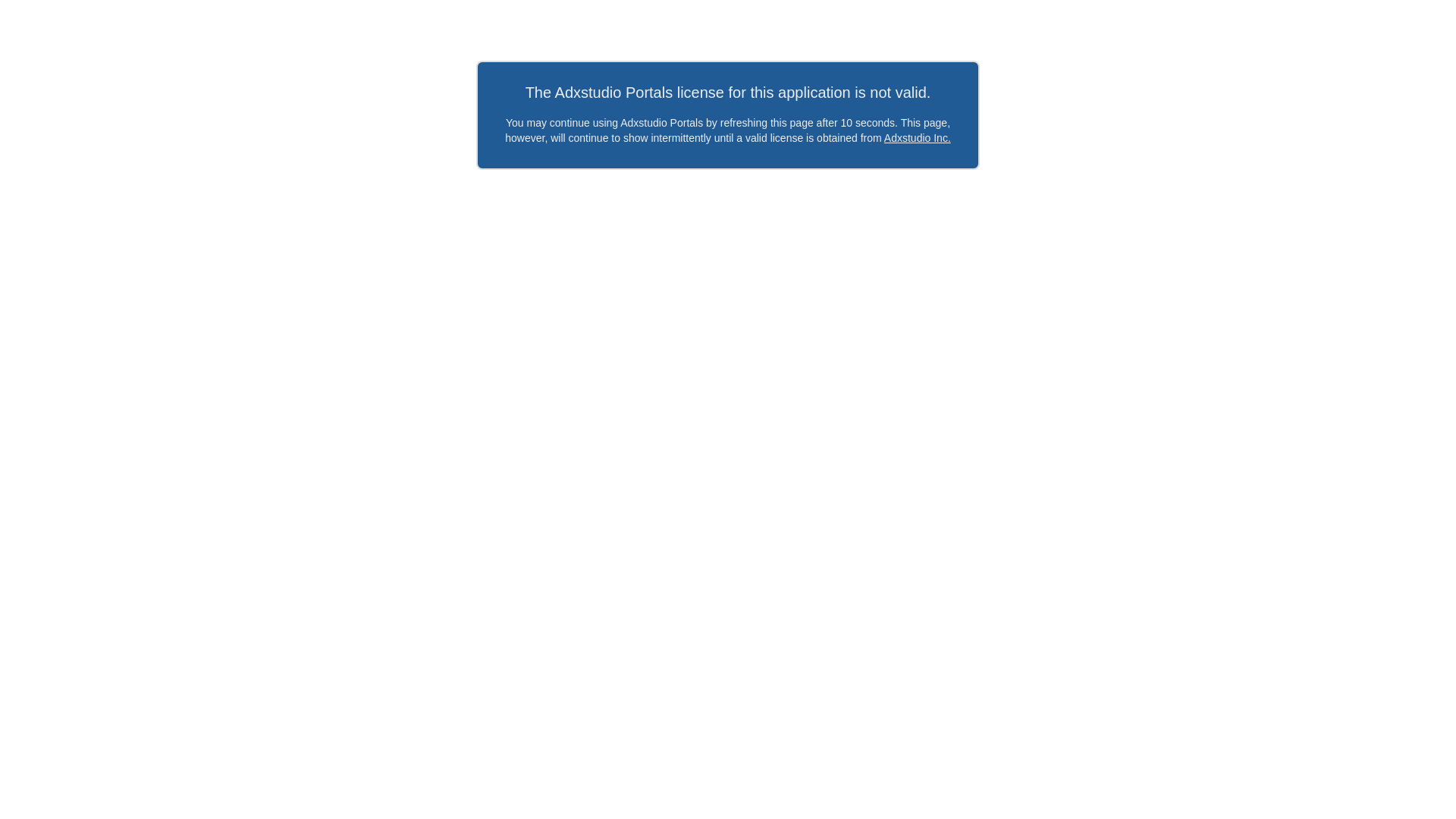 Image resolution: width=1456 pixels, height=819 pixels. Describe the element at coordinates (916, 137) in the screenshot. I see `'Adxstudio Inc.'` at that location.